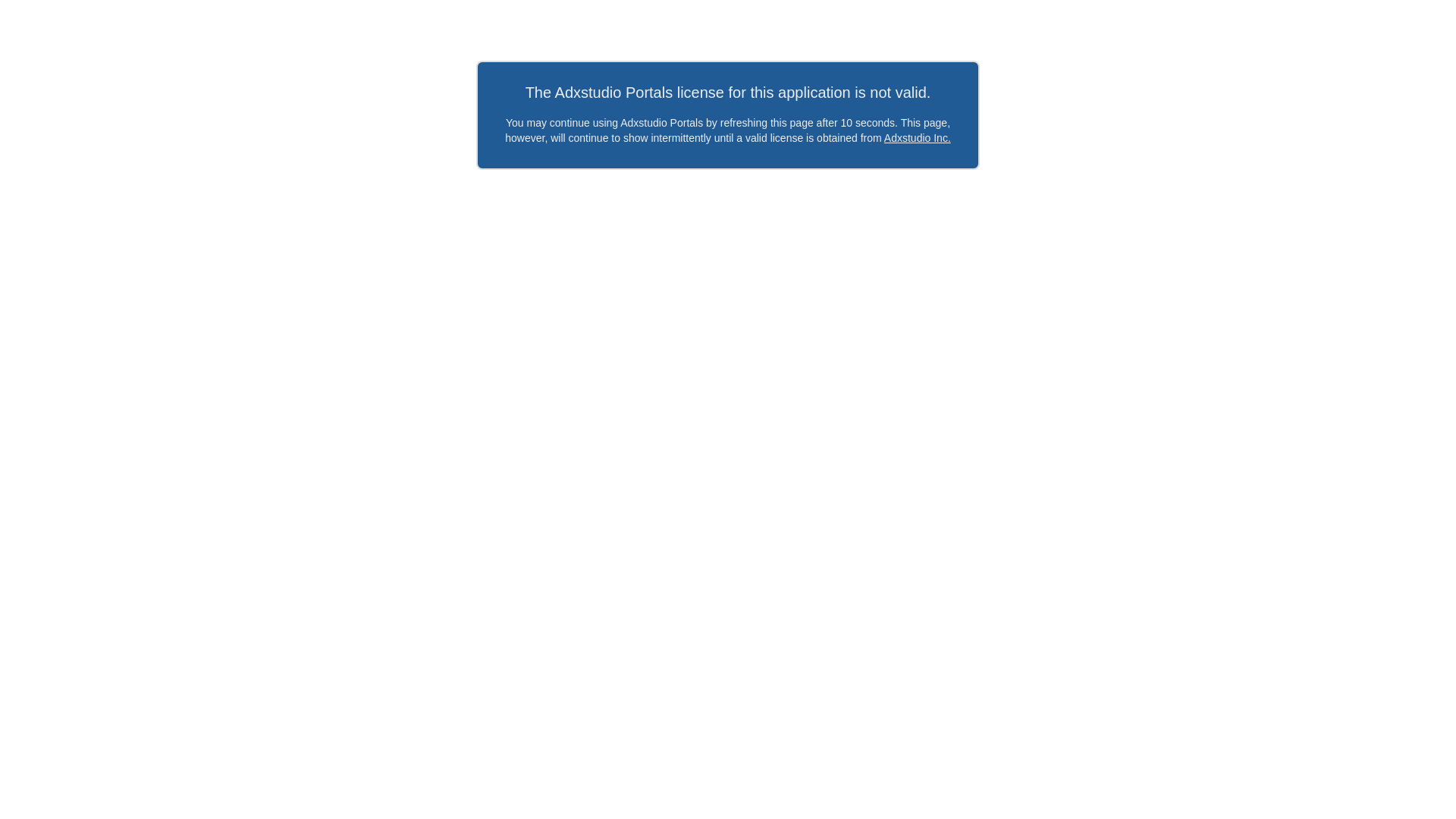 Image resolution: width=1456 pixels, height=819 pixels. Describe the element at coordinates (916, 137) in the screenshot. I see `'Adxstudio Inc.'` at that location.